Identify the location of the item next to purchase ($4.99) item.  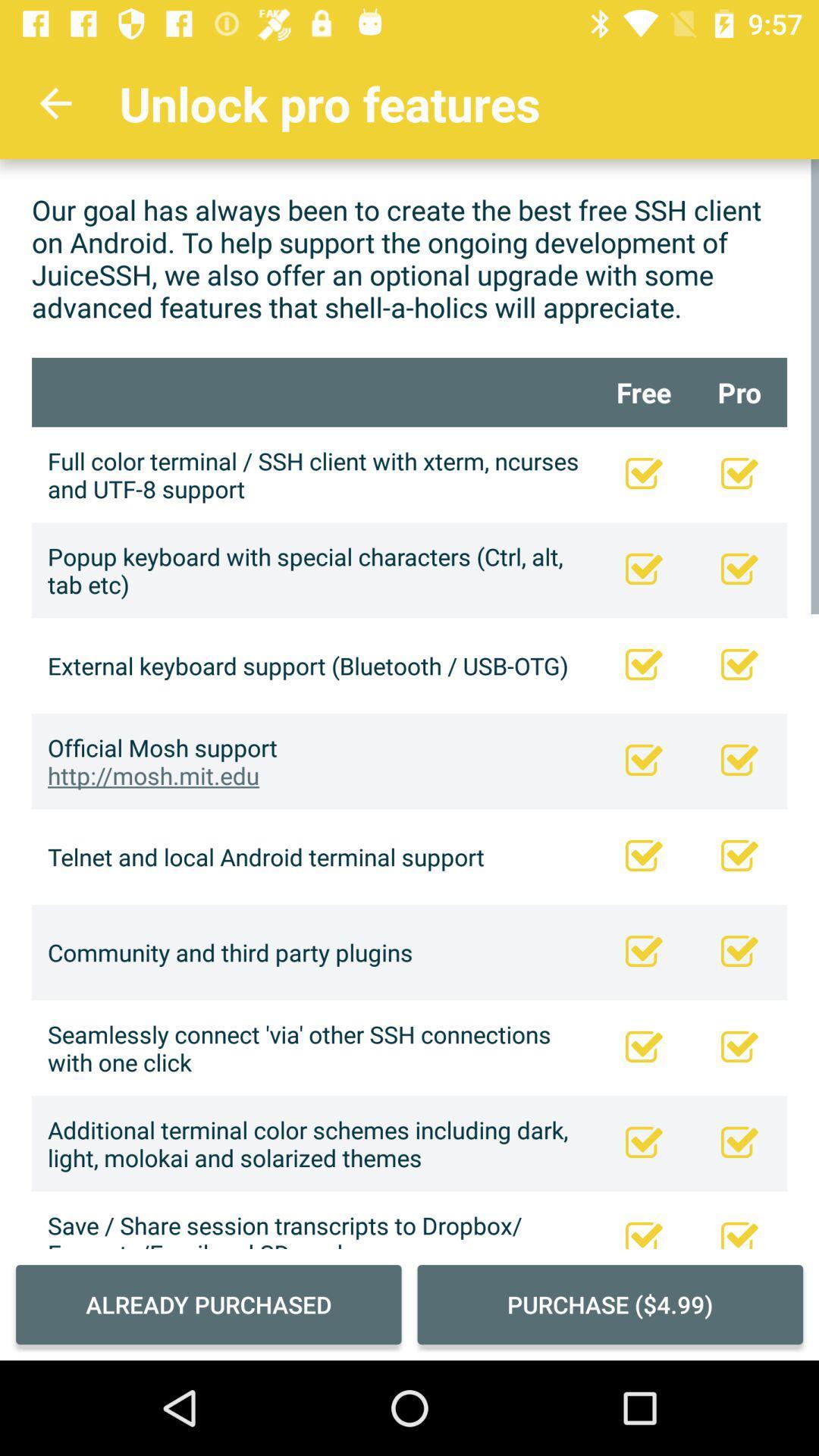
(209, 1304).